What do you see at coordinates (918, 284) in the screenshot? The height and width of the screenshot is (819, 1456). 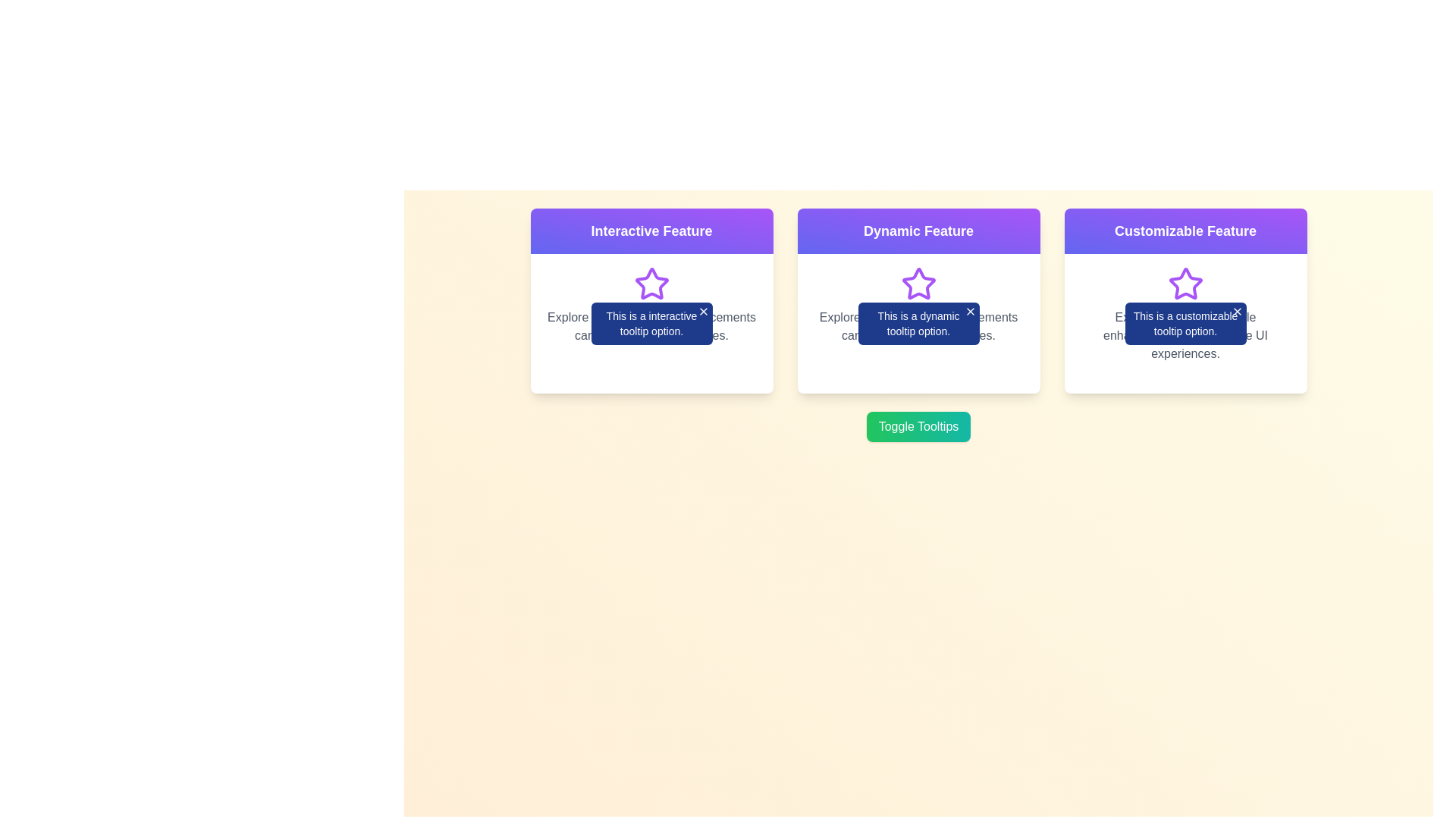 I see `the prominent purple star icon with a hollow center located within the 'Dynamic Feature' card, positioned above the descriptive text and below the heading text` at bounding box center [918, 284].